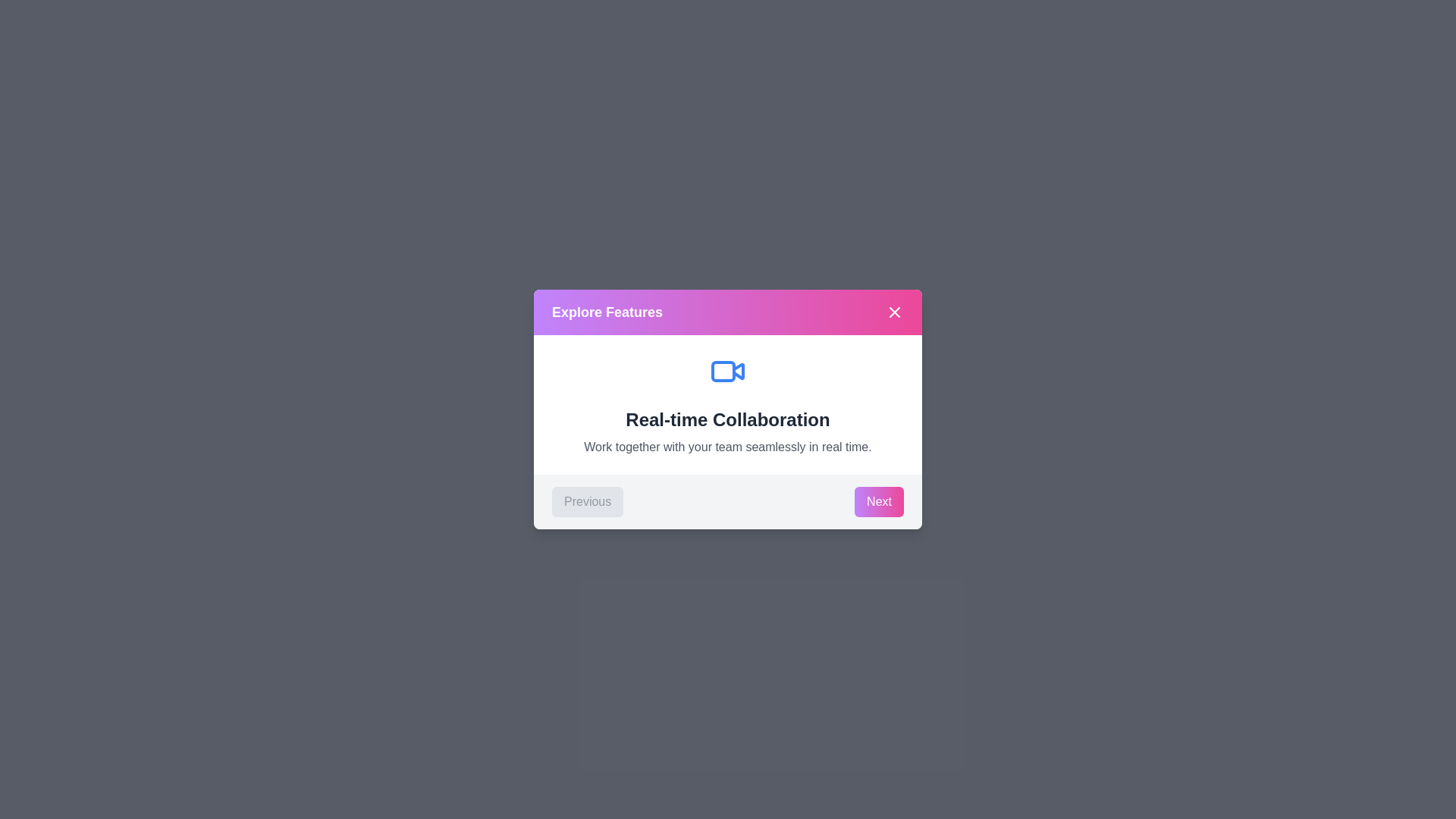  I want to click on the instructional text about 'Real-time Collaboration' located in the modal popup beneath the title, so click(728, 447).